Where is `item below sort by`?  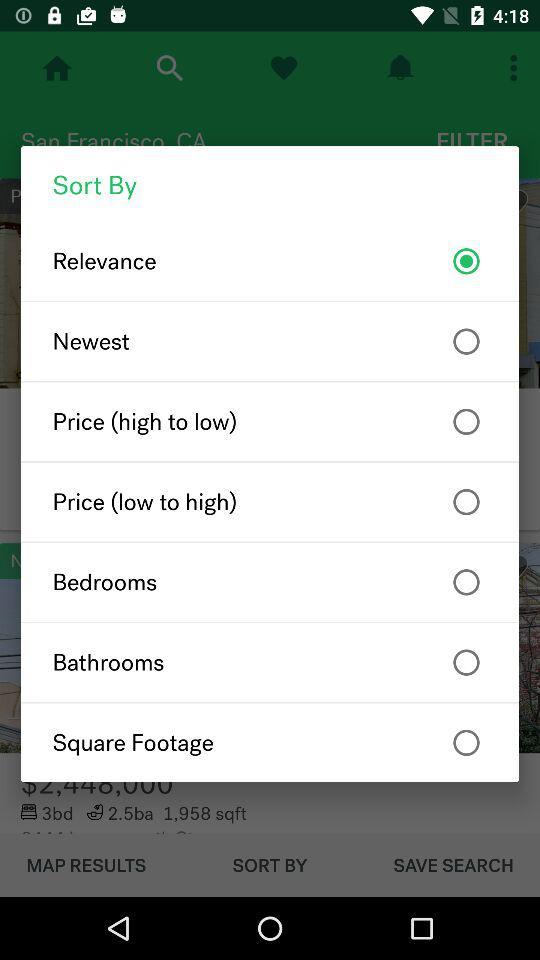
item below sort by is located at coordinates (270, 260).